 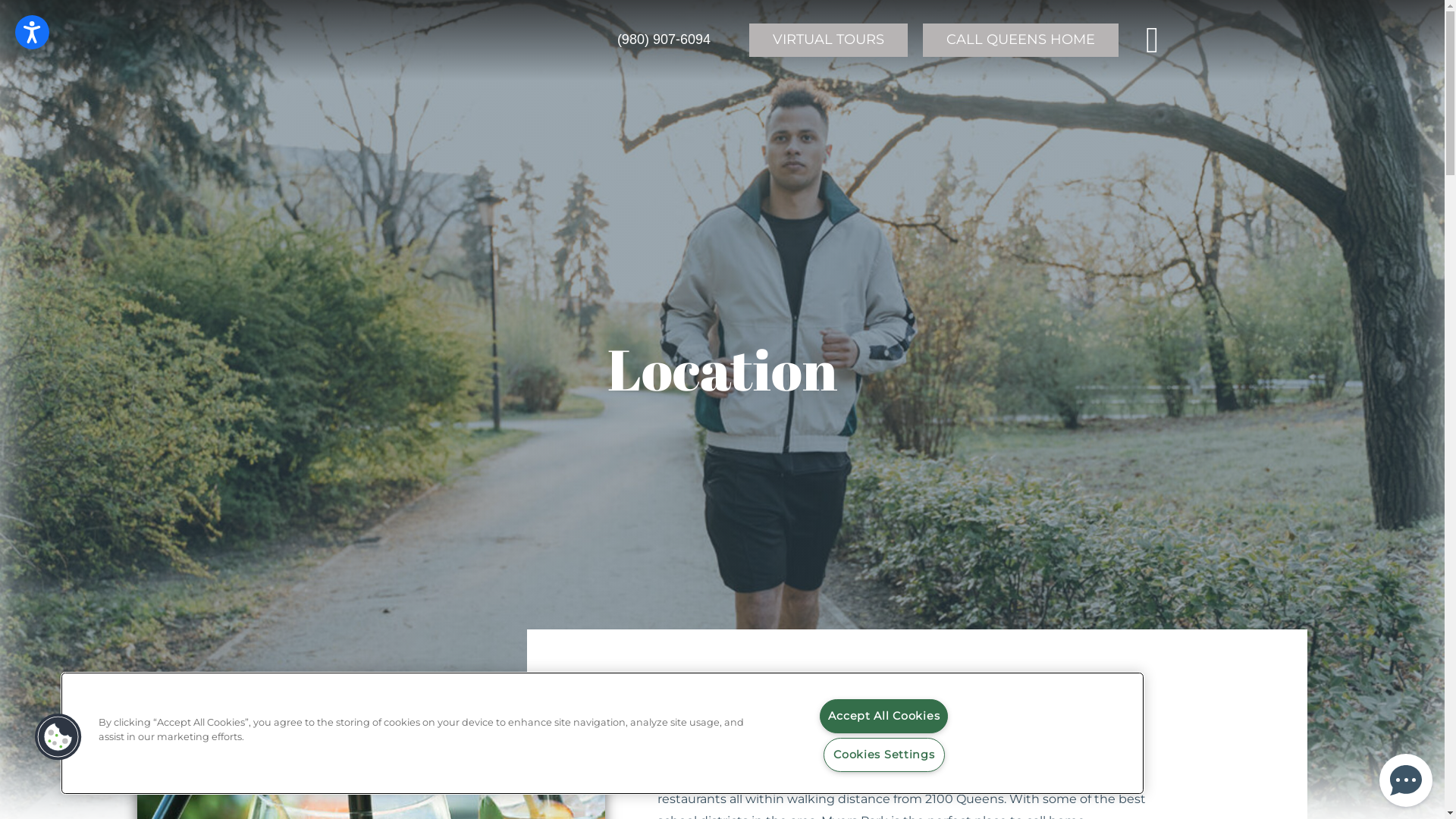 What do you see at coordinates (58, 736) in the screenshot?
I see `'Cookies Button'` at bounding box center [58, 736].